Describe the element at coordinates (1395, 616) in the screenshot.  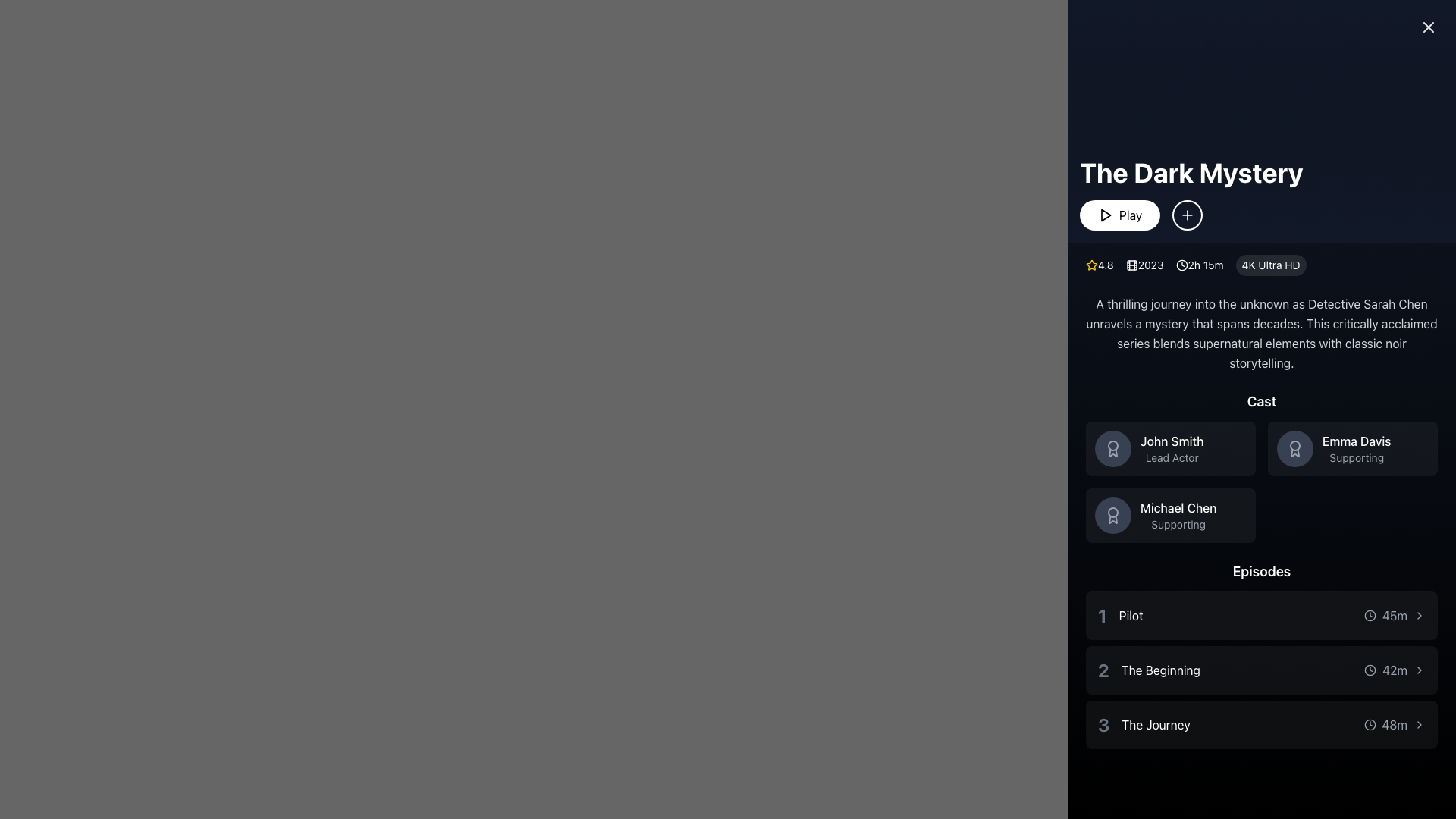
I see `the static text label indicating a time duration of 45 minutes, located to the right of the episode title 'Pilot' in the first row of the 'Episodes' list` at that location.